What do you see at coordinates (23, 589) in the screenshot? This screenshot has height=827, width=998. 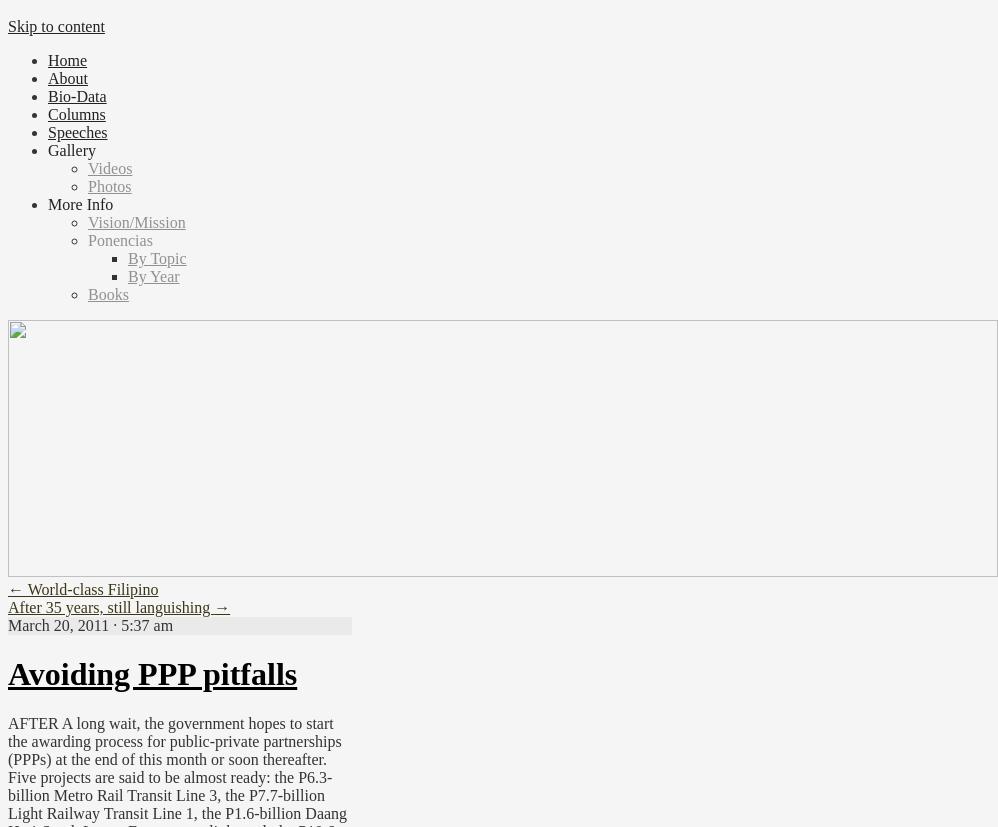 I see `'World-class Filipino'` at bounding box center [23, 589].